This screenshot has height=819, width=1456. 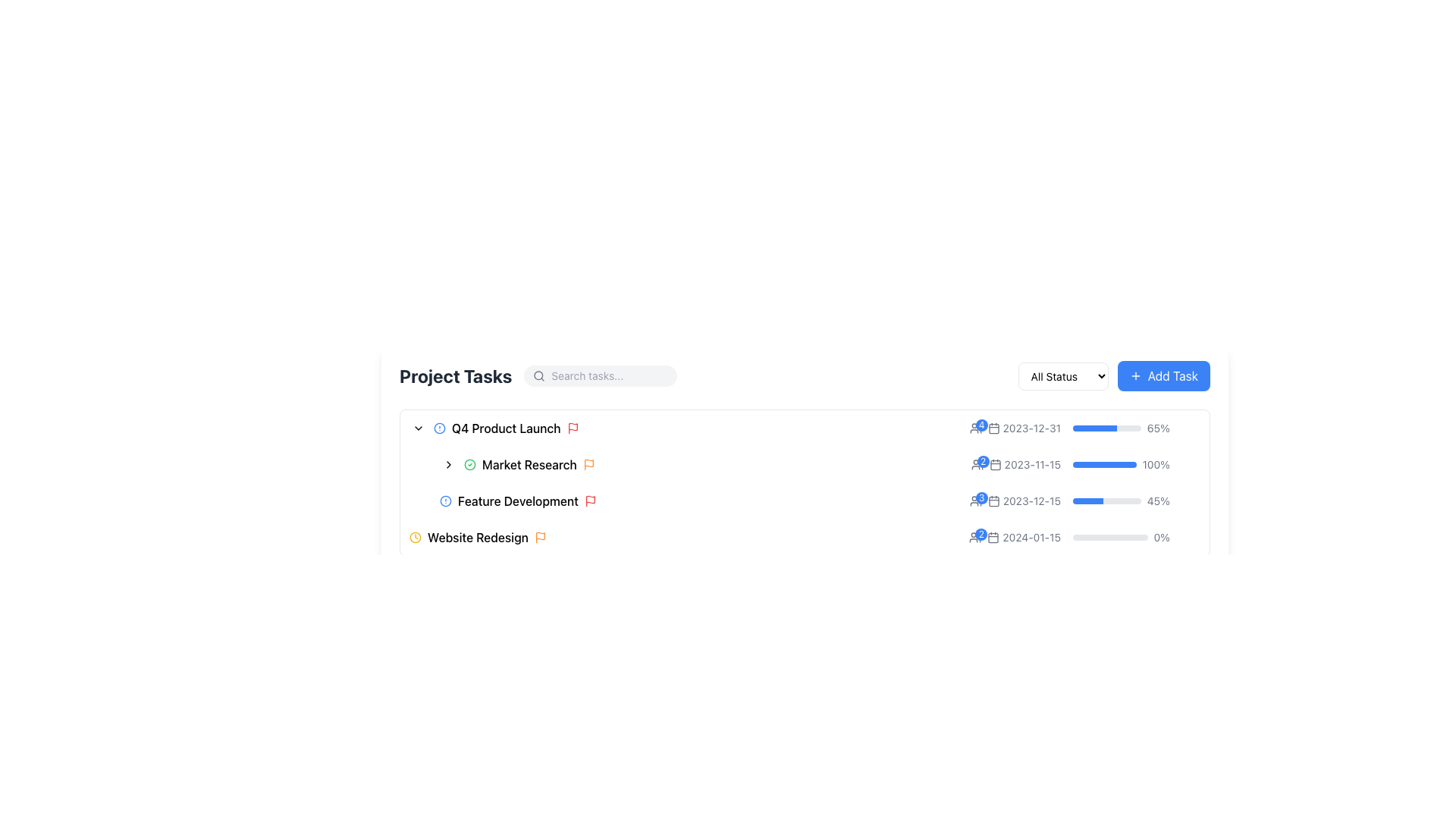 I want to click on the numeric badge displaying '2' in a blue circular background, located above the users icon and to the left of the date '2024-01-15', so click(x=975, y=537).